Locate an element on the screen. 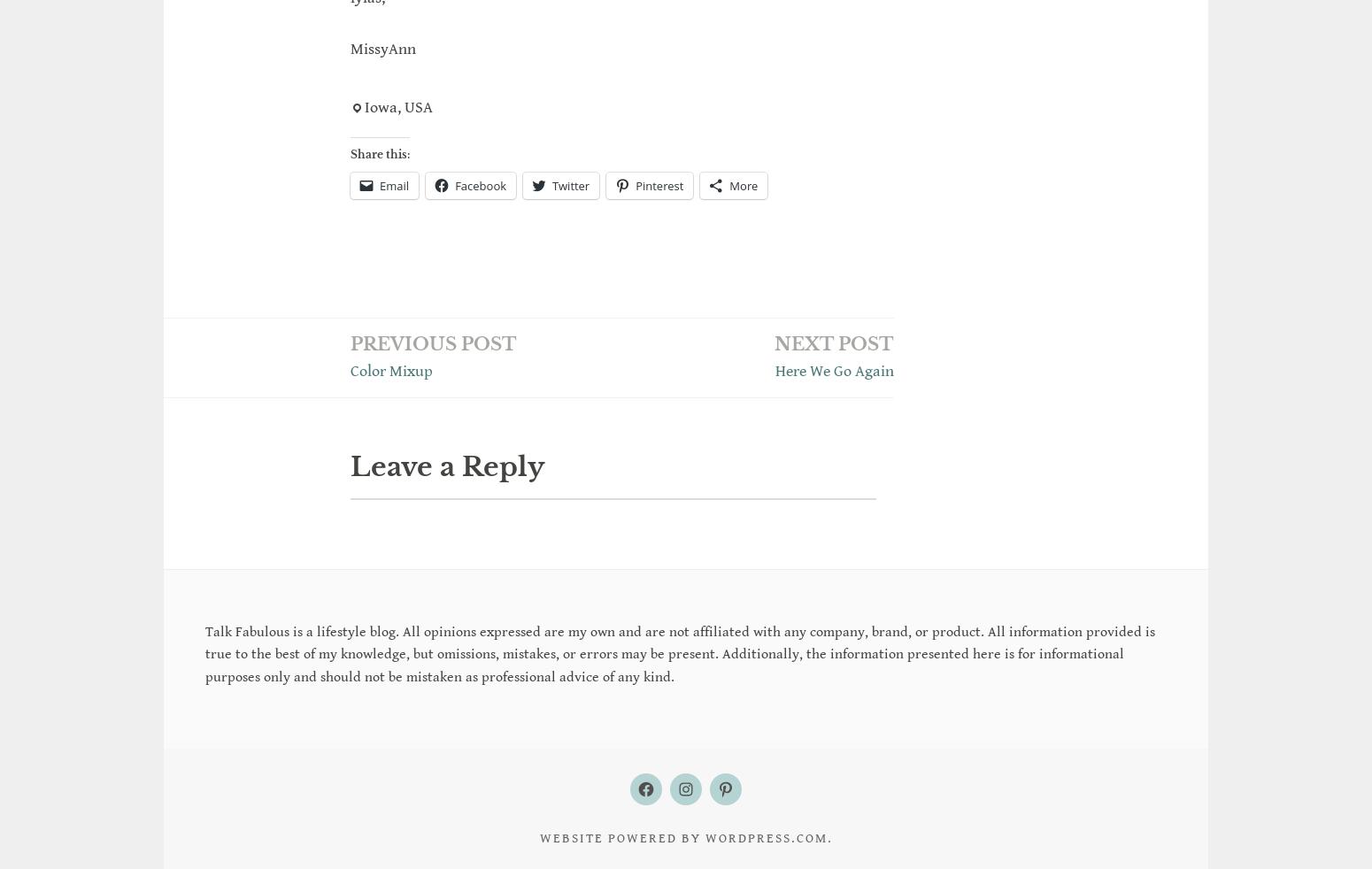  'Pinterest' is located at coordinates (635, 183).